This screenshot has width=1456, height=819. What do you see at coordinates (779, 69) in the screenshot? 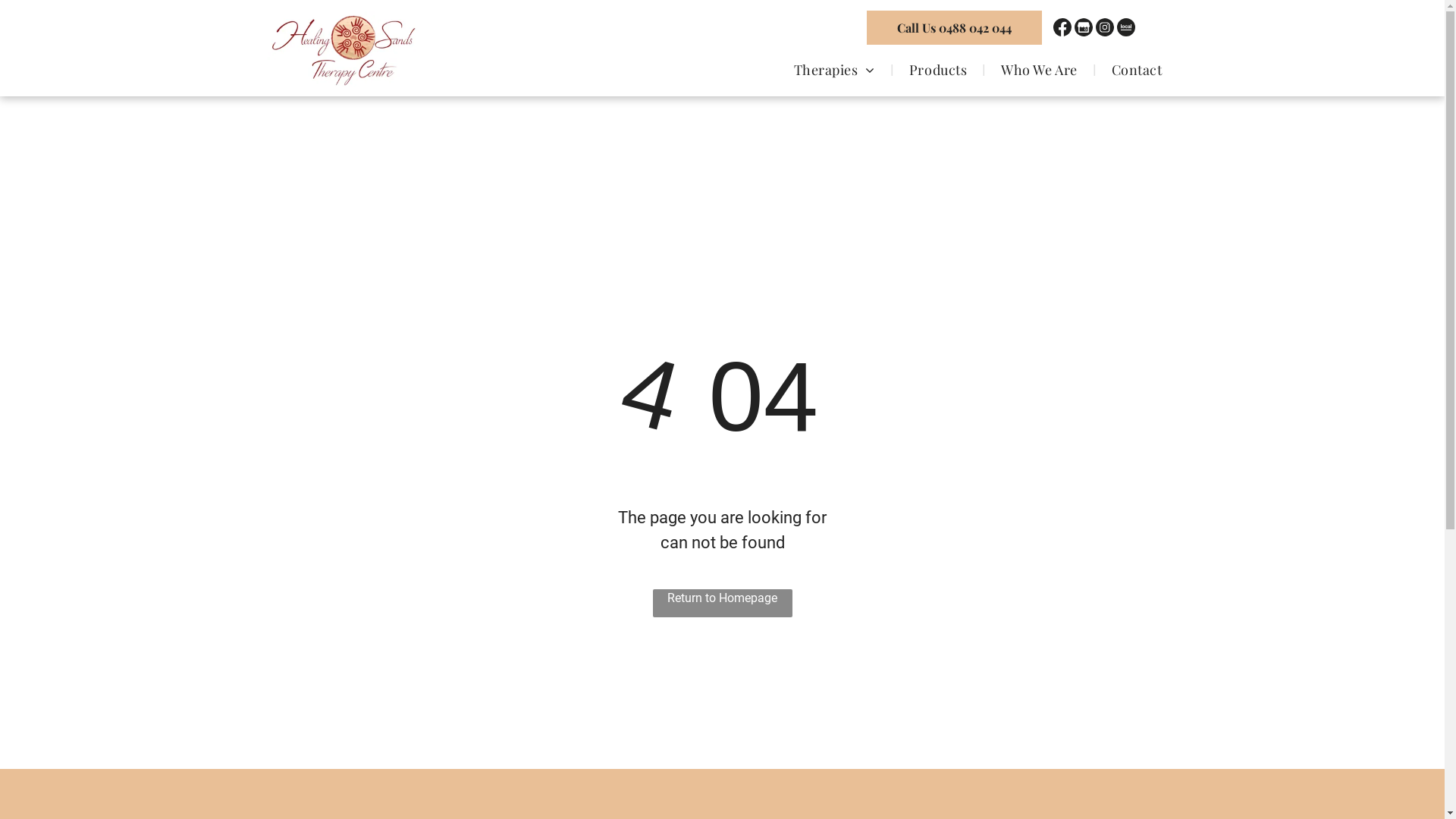
I see `'Therapies'` at bounding box center [779, 69].